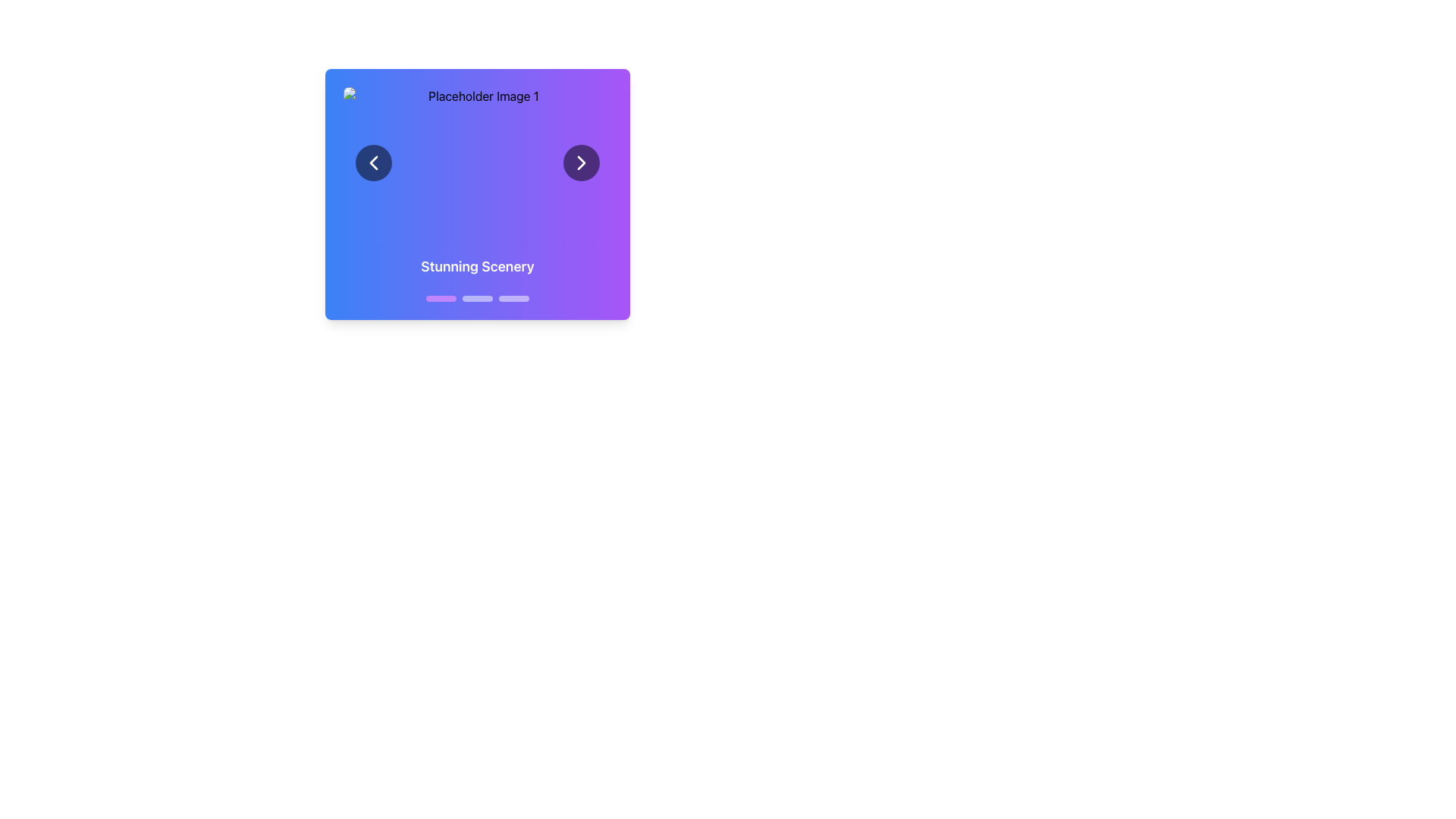 The height and width of the screenshot is (819, 1456). Describe the element at coordinates (440, 298) in the screenshot. I see `the first purple progress bar indicator located below the 'Stunning Scenery' label for interactions` at that location.